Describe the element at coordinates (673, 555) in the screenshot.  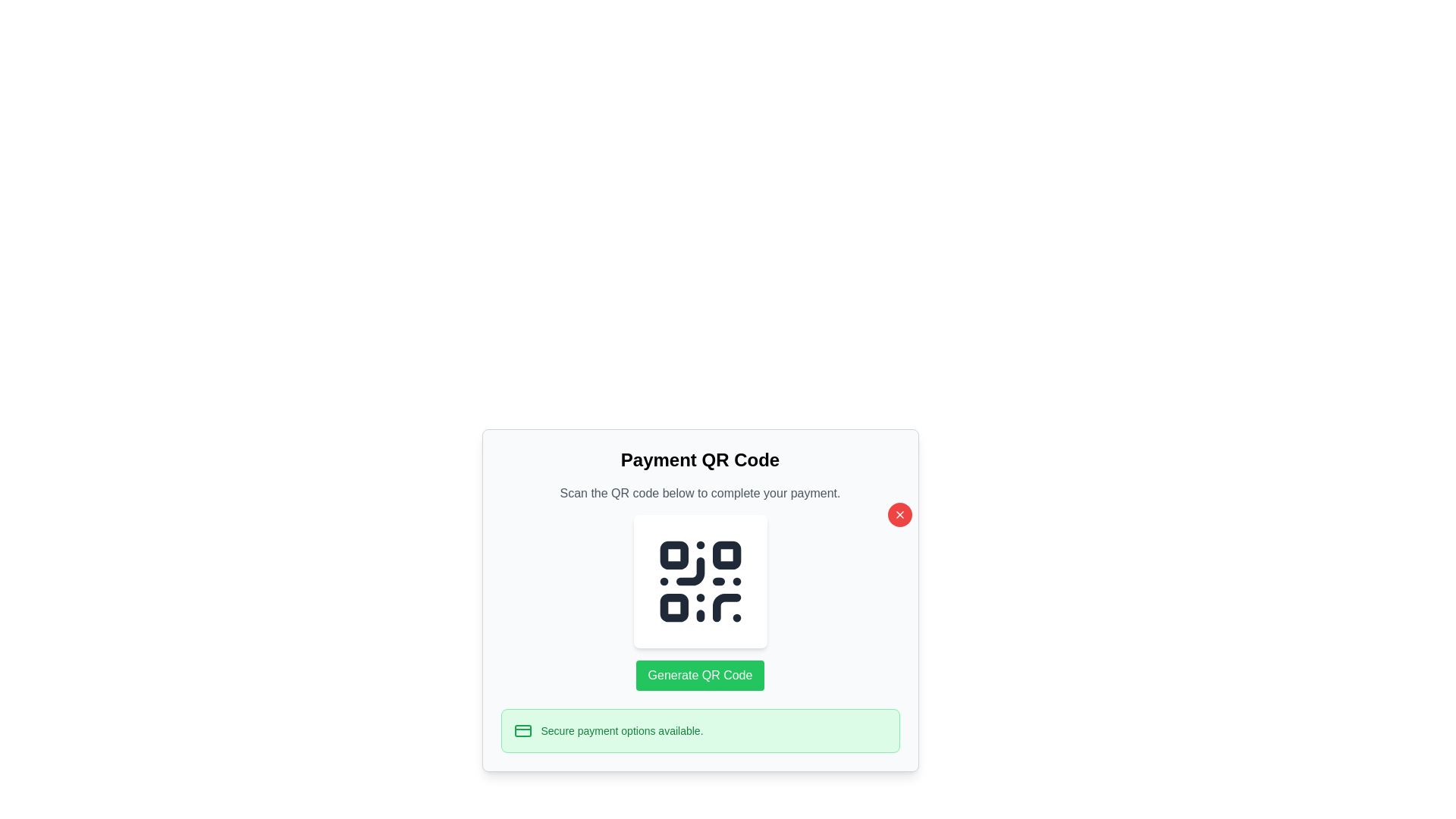
I see `the small black square with rounded corners located in the upper-left quadrant of the QR code design` at that location.